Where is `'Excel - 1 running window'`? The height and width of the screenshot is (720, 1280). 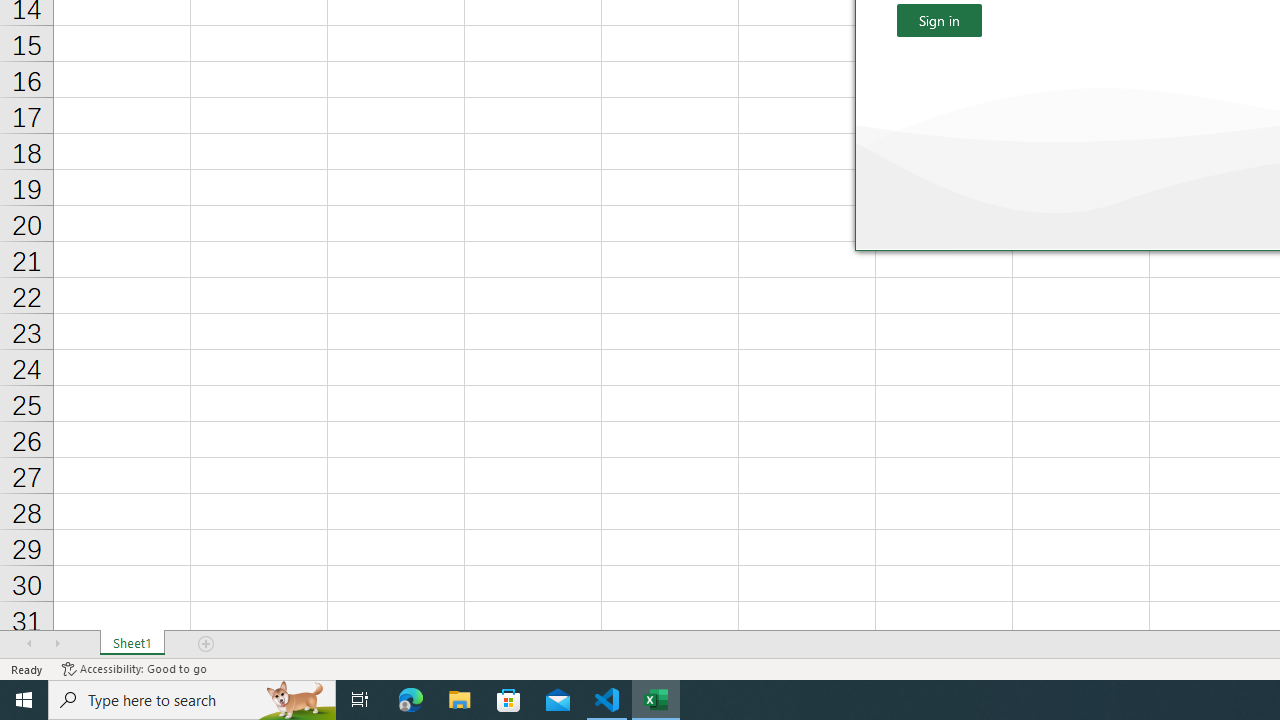
'Excel - 1 running window' is located at coordinates (656, 698).